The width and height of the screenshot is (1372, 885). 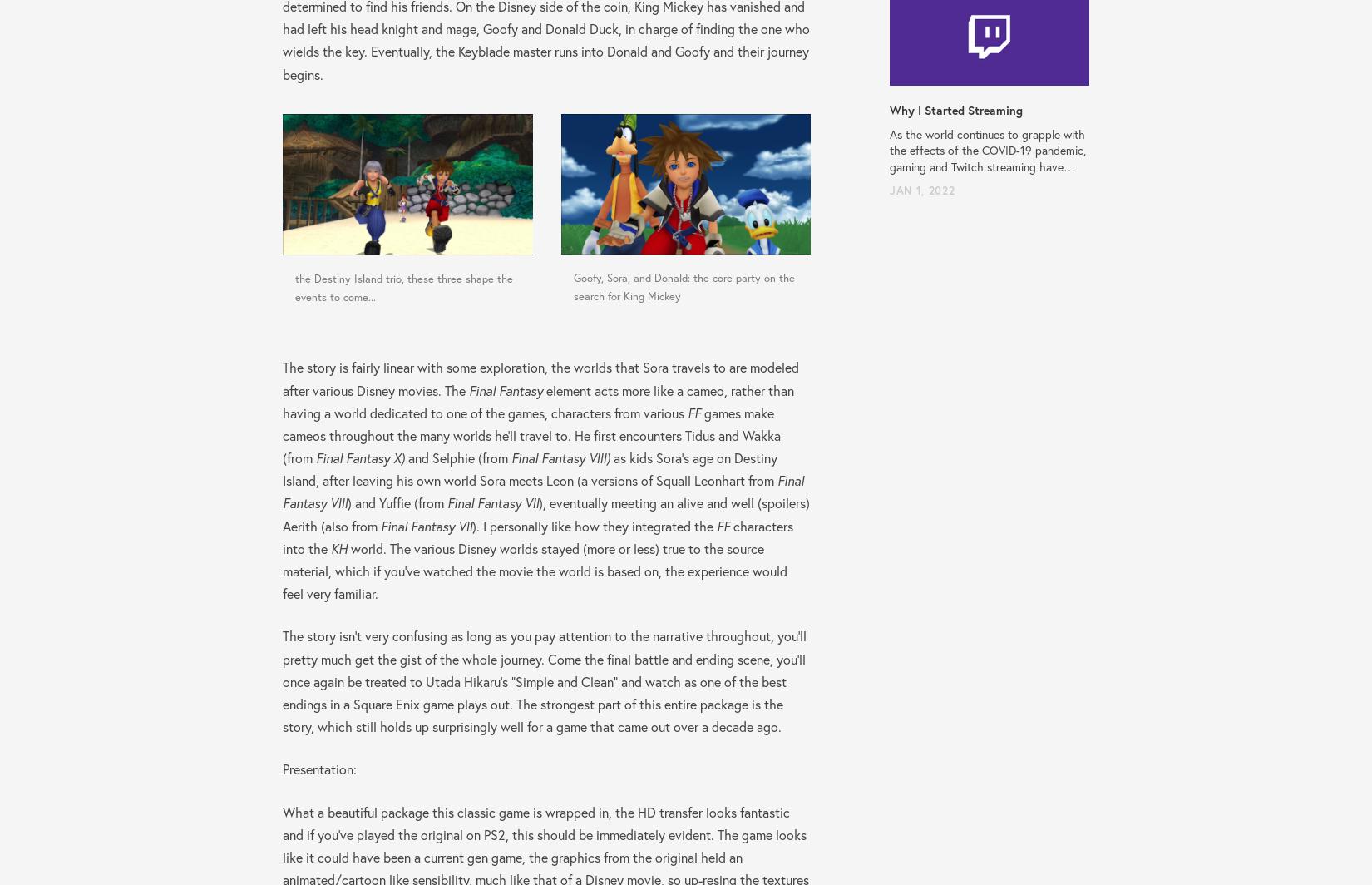 I want to click on 'Presentation:', so click(x=319, y=769).